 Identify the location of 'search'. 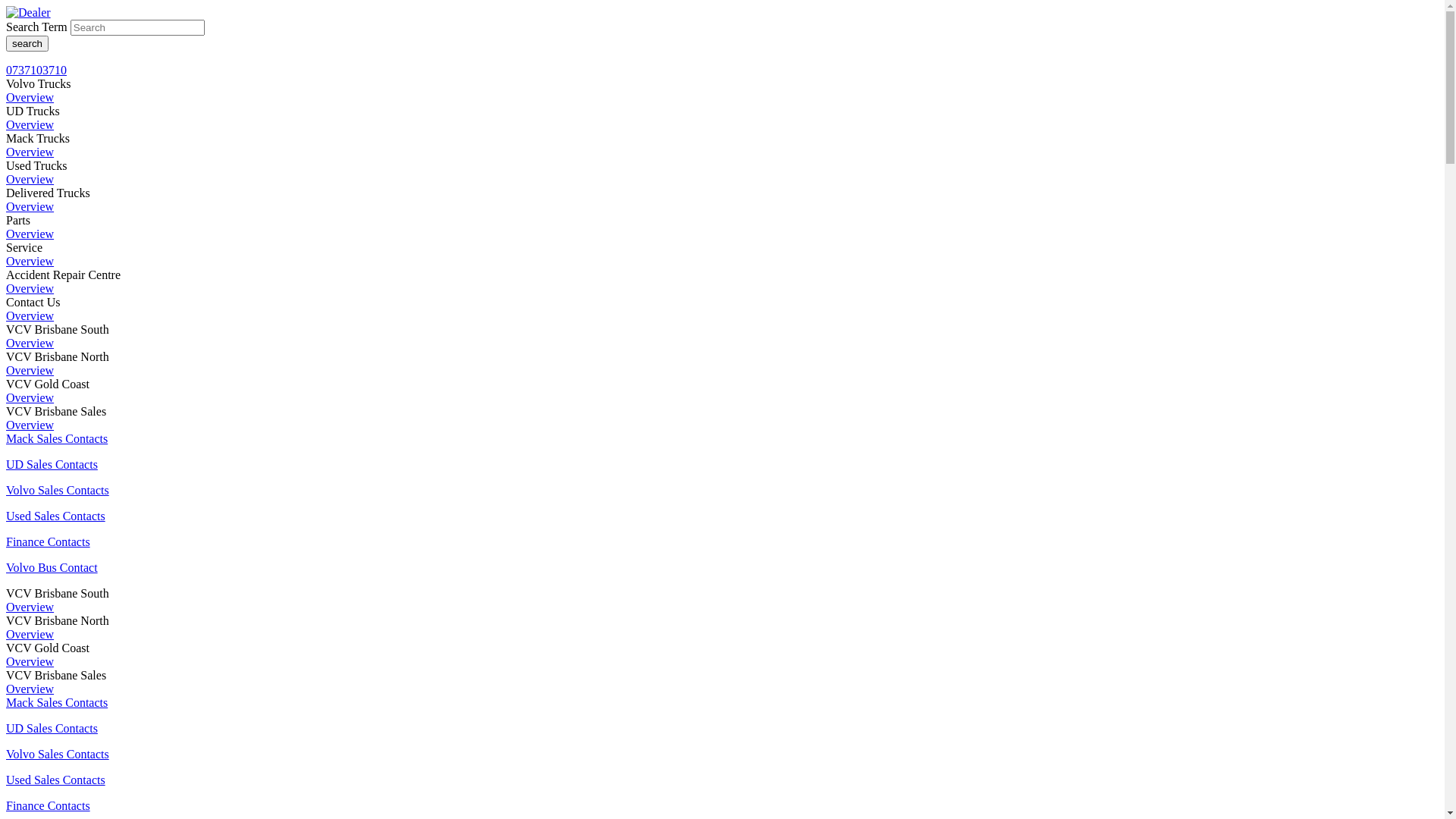
(27, 42).